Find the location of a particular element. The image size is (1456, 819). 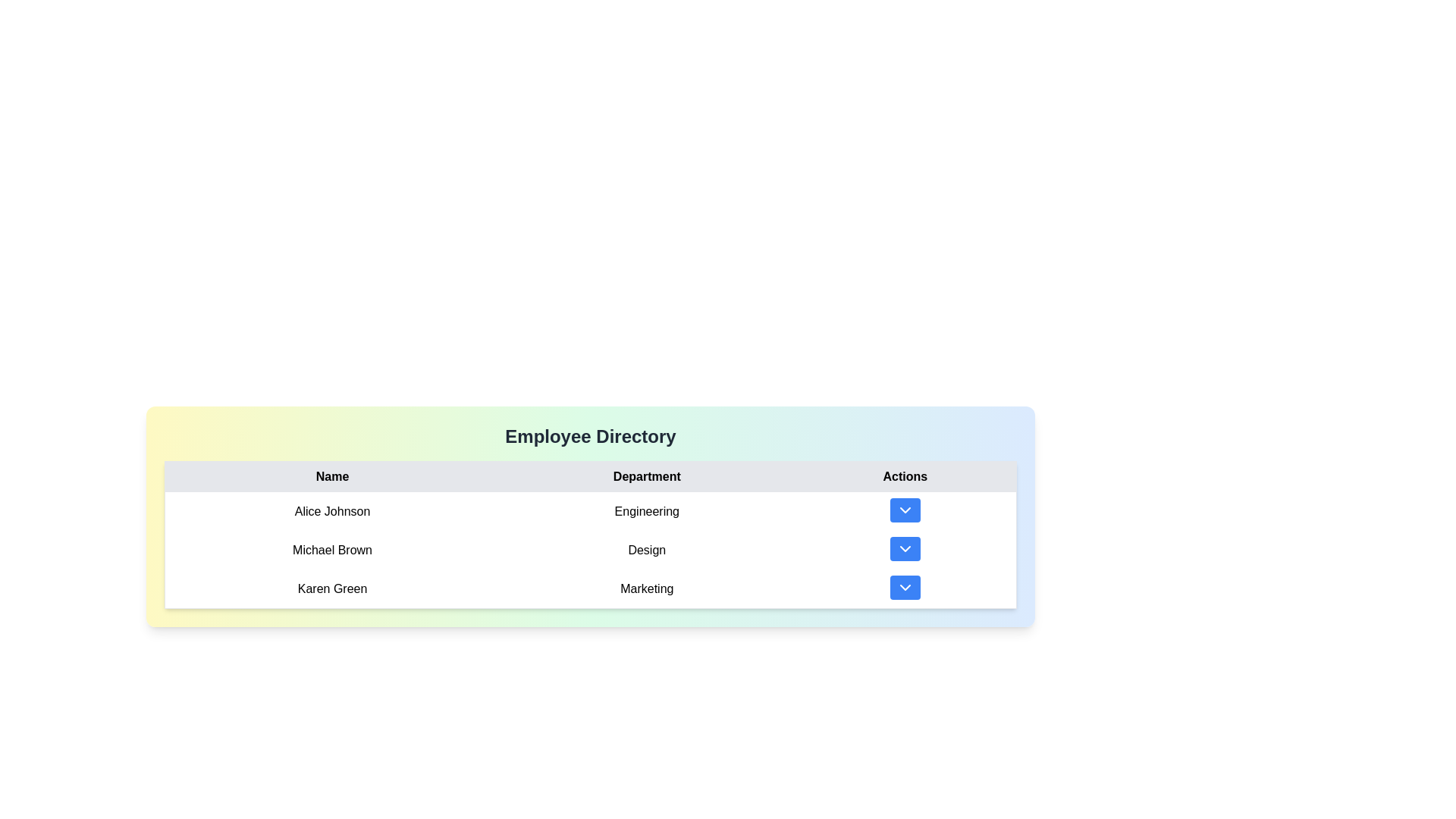

the chevron icon indicating a dropdown menu for the employee 'Karen Green' in the 'Marketing' department is located at coordinates (905, 587).